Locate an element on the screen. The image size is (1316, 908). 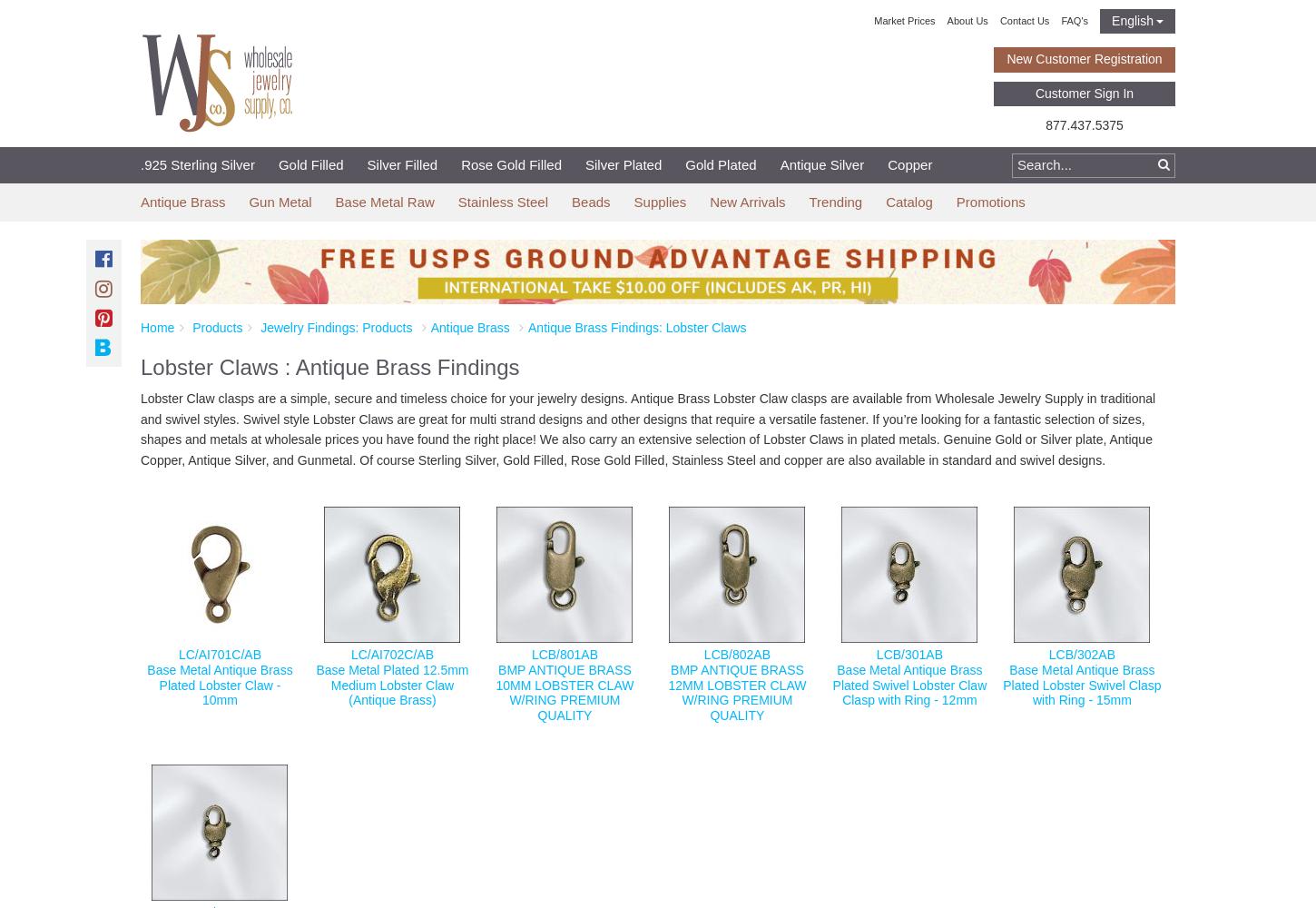
'Base Metal Antique Brass Plated Swivel Lobster Claw Clasp with Ring - 12mm' is located at coordinates (908, 685).